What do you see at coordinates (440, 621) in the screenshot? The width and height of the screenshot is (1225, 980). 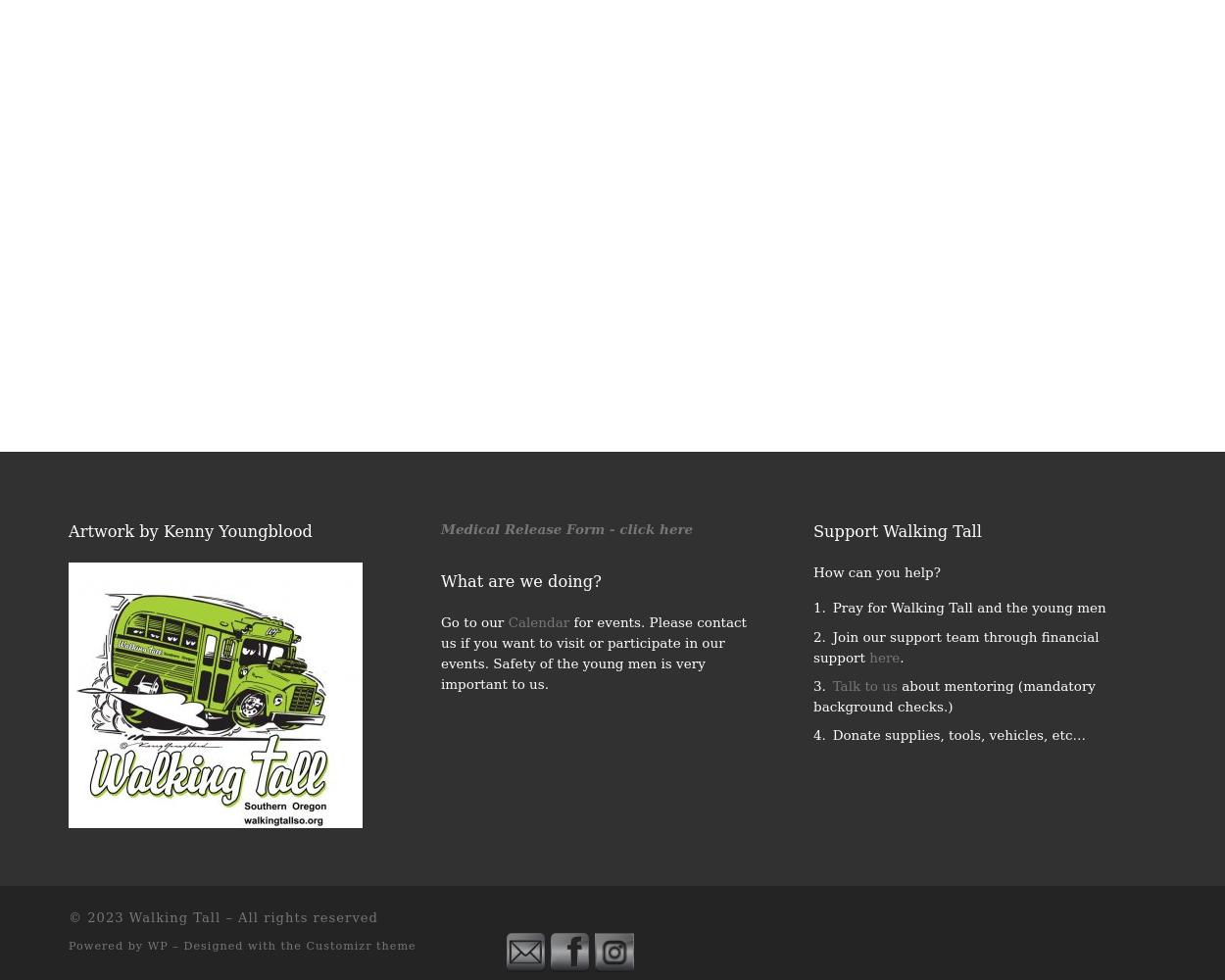 I see `'Go to our'` at bounding box center [440, 621].